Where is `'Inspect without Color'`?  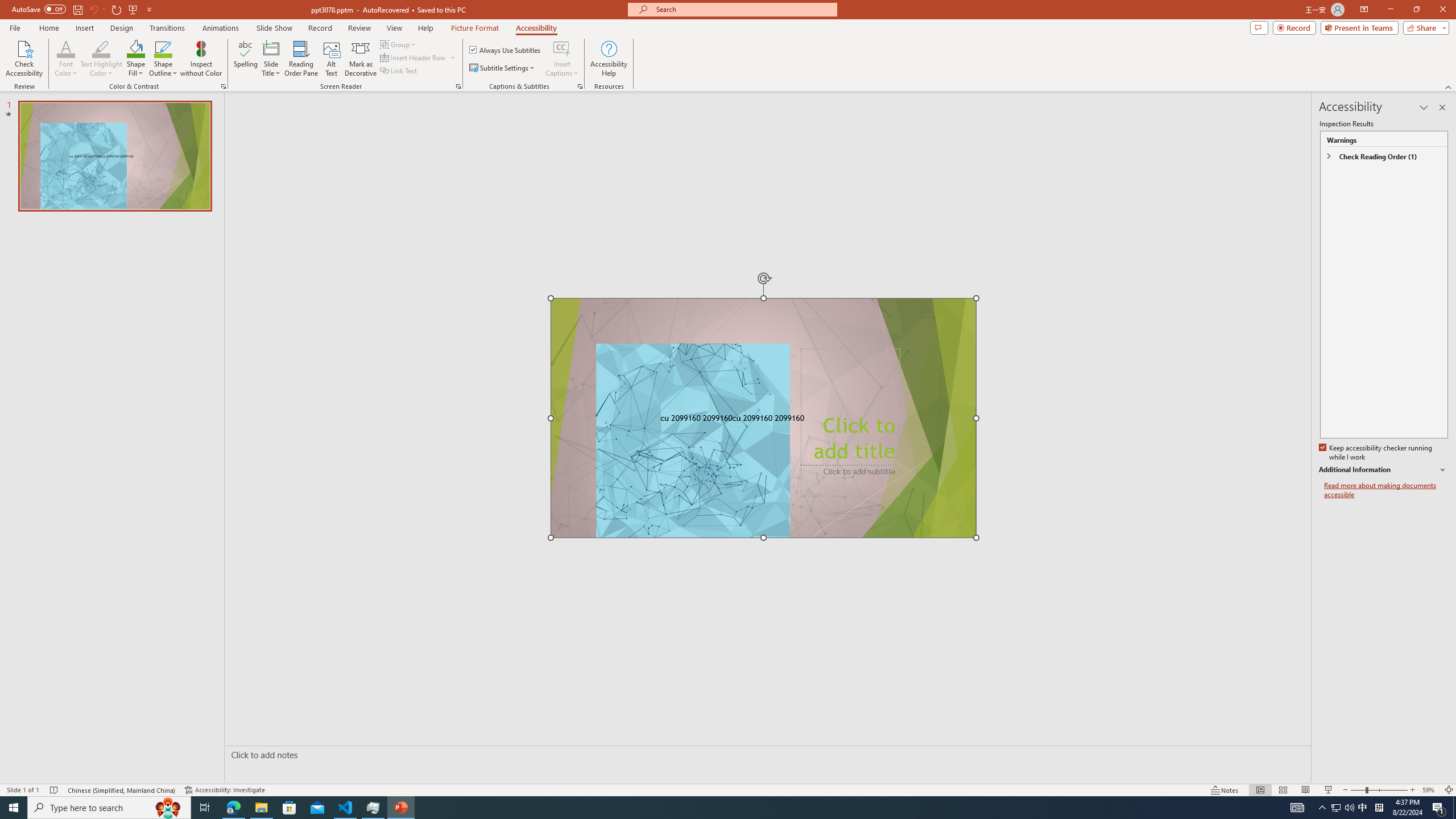
'Inspect without Color' is located at coordinates (201, 59).